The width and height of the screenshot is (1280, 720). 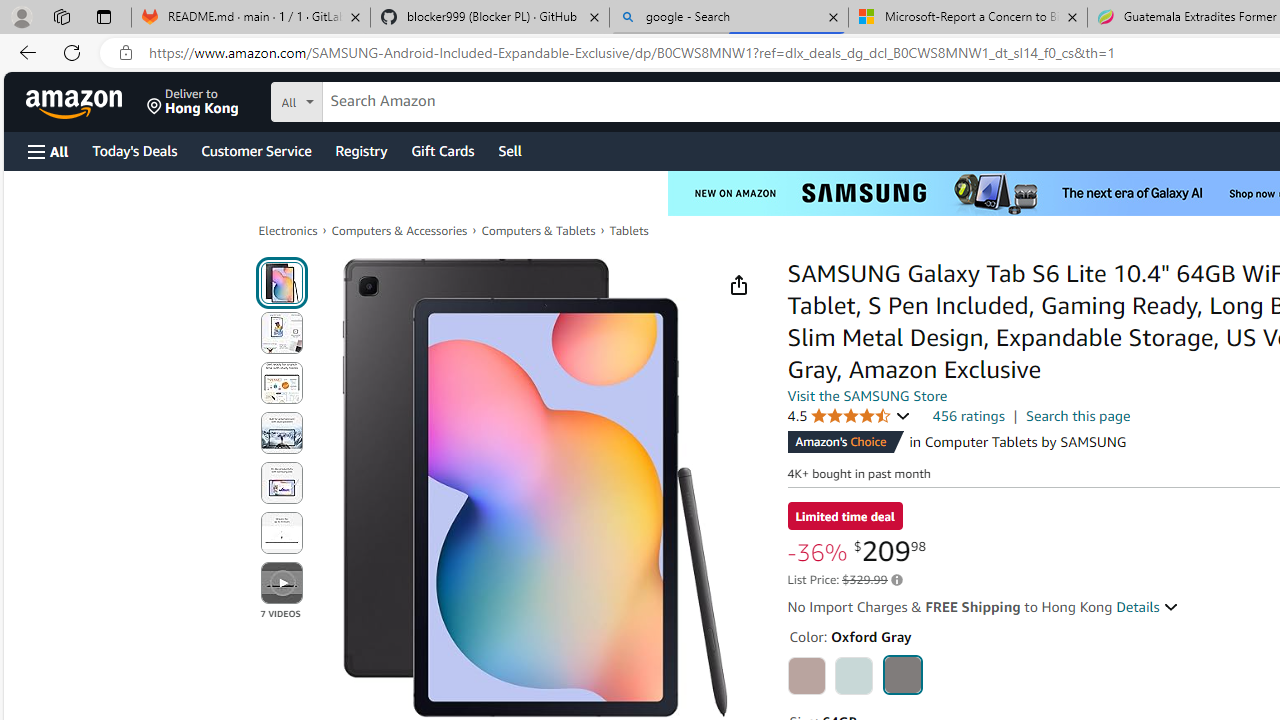 What do you see at coordinates (441, 149) in the screenshot?
I see `'Gift Cards'` at bounding box center [441, 149].